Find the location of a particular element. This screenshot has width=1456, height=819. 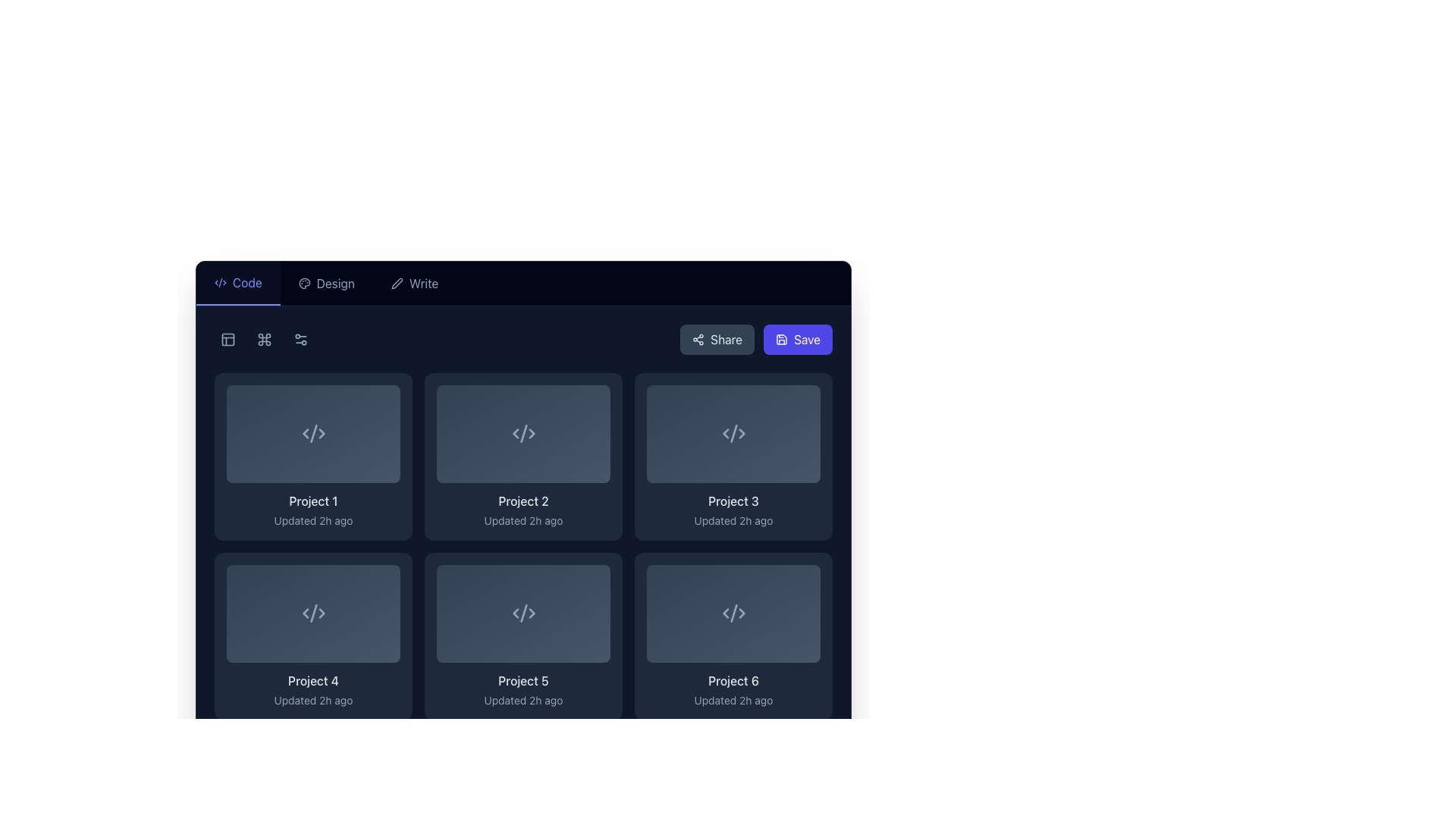

the vector graphic icon representing the 'write' or 'edit' function located in the header area of the interface is located at coordinates (397, 284).